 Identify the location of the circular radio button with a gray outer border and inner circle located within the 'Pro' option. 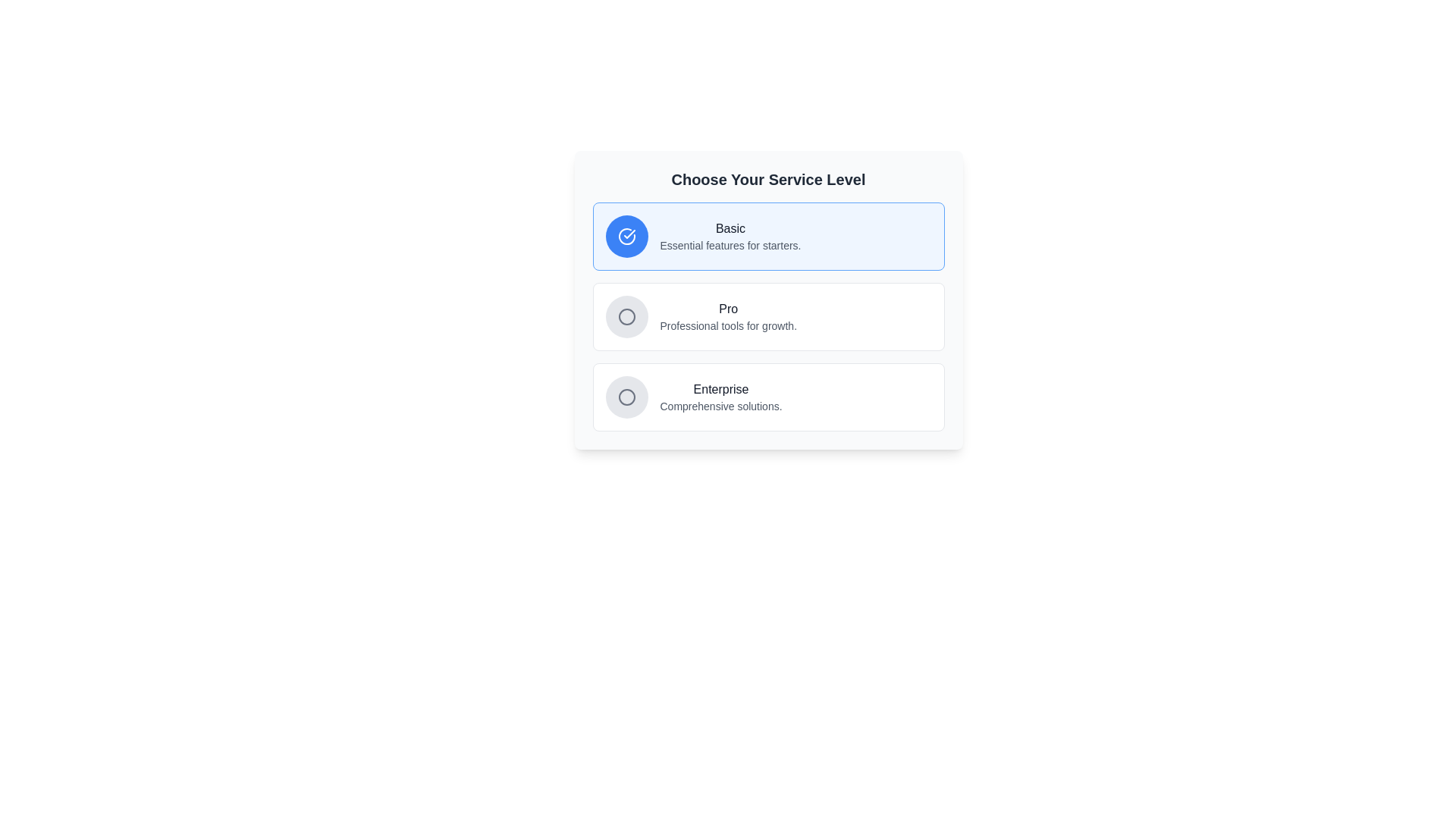
(626, 315).